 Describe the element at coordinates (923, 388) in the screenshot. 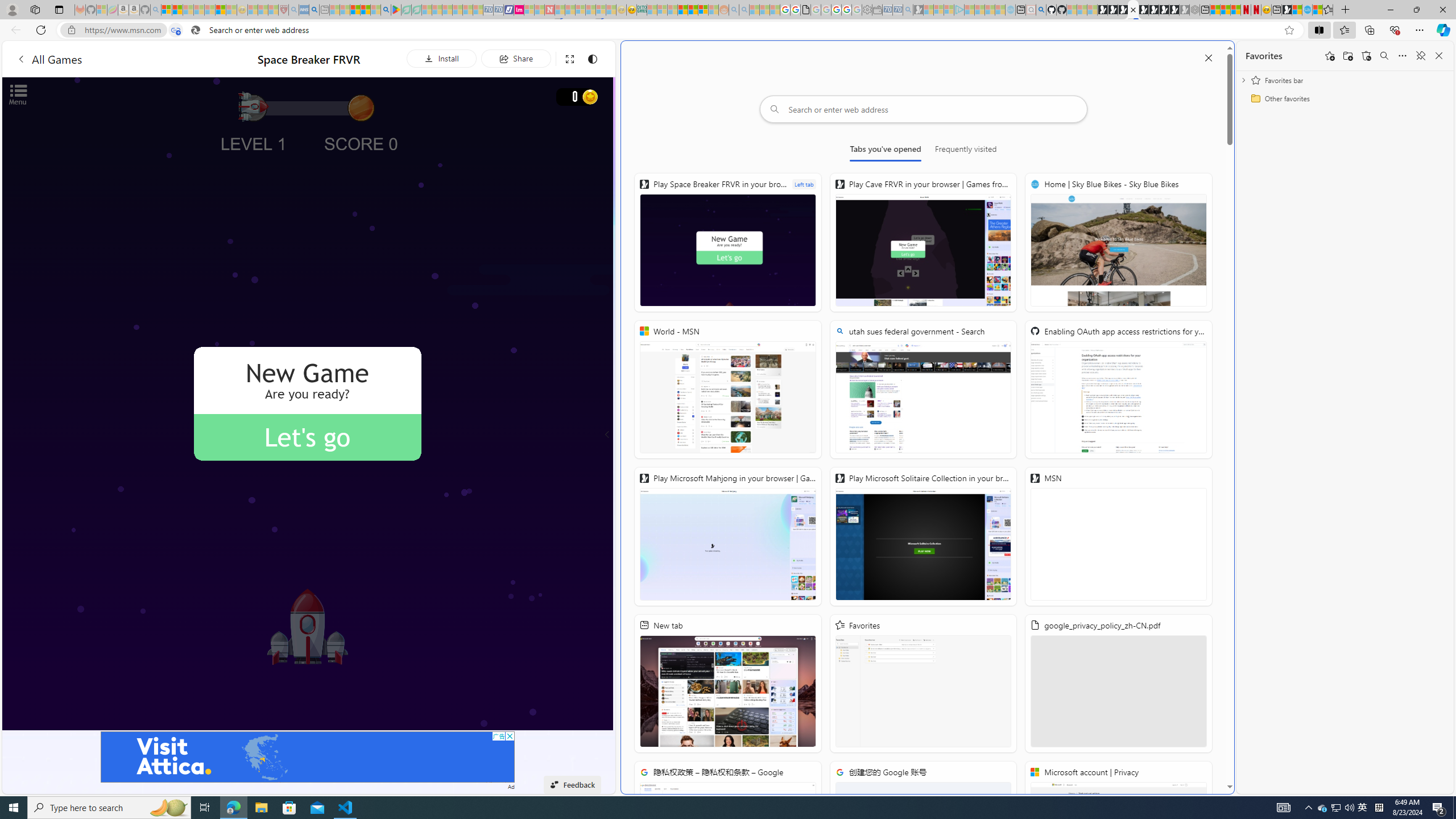

I see `'utah sues federal government - Search'` at that location.